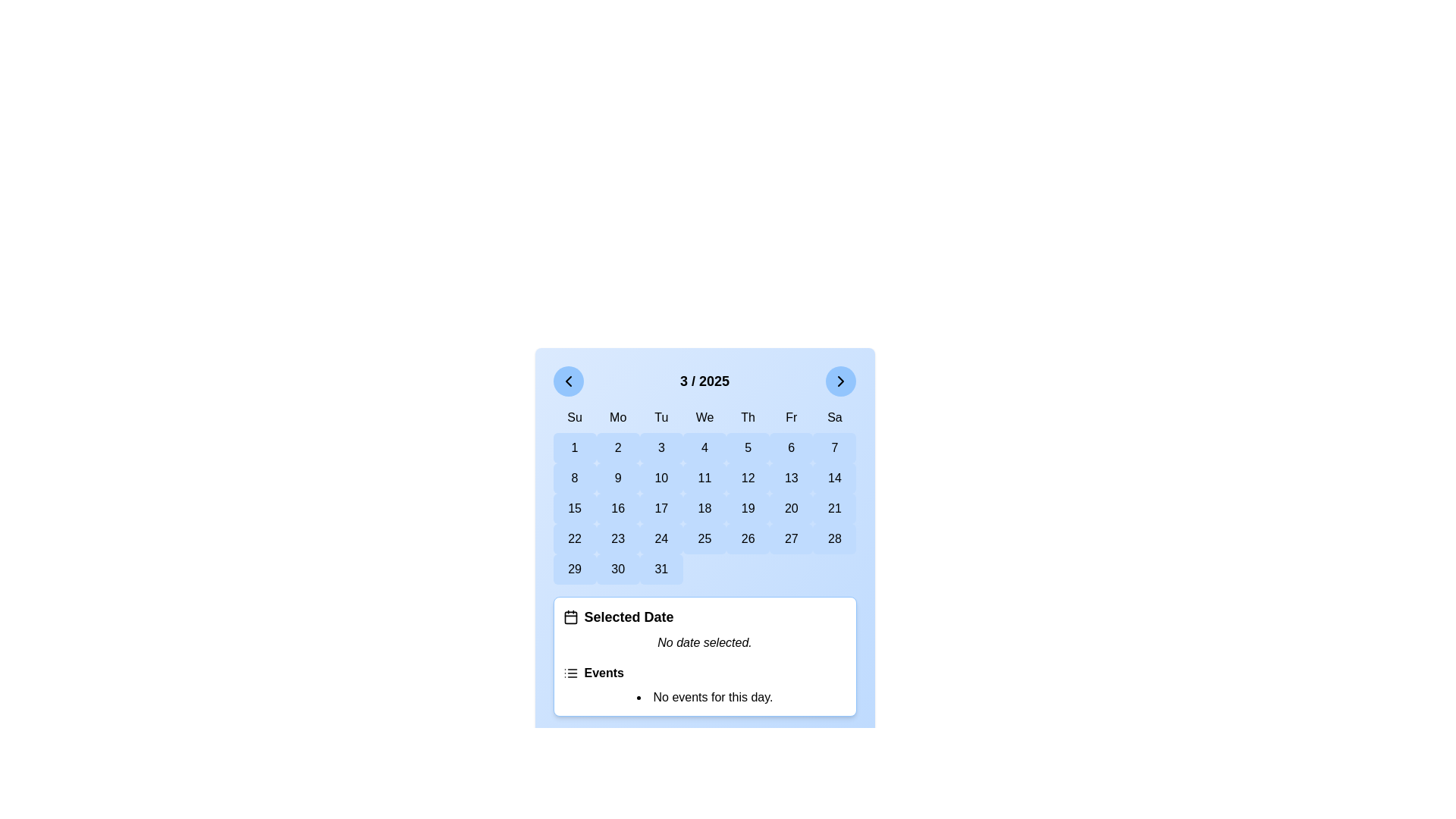 The width and height of the screenshot is (1456, 819). I want to click on the left chevron icon embedded in the rounded blue button located in the top-left corner of the calendar interface, so click(567, 380).